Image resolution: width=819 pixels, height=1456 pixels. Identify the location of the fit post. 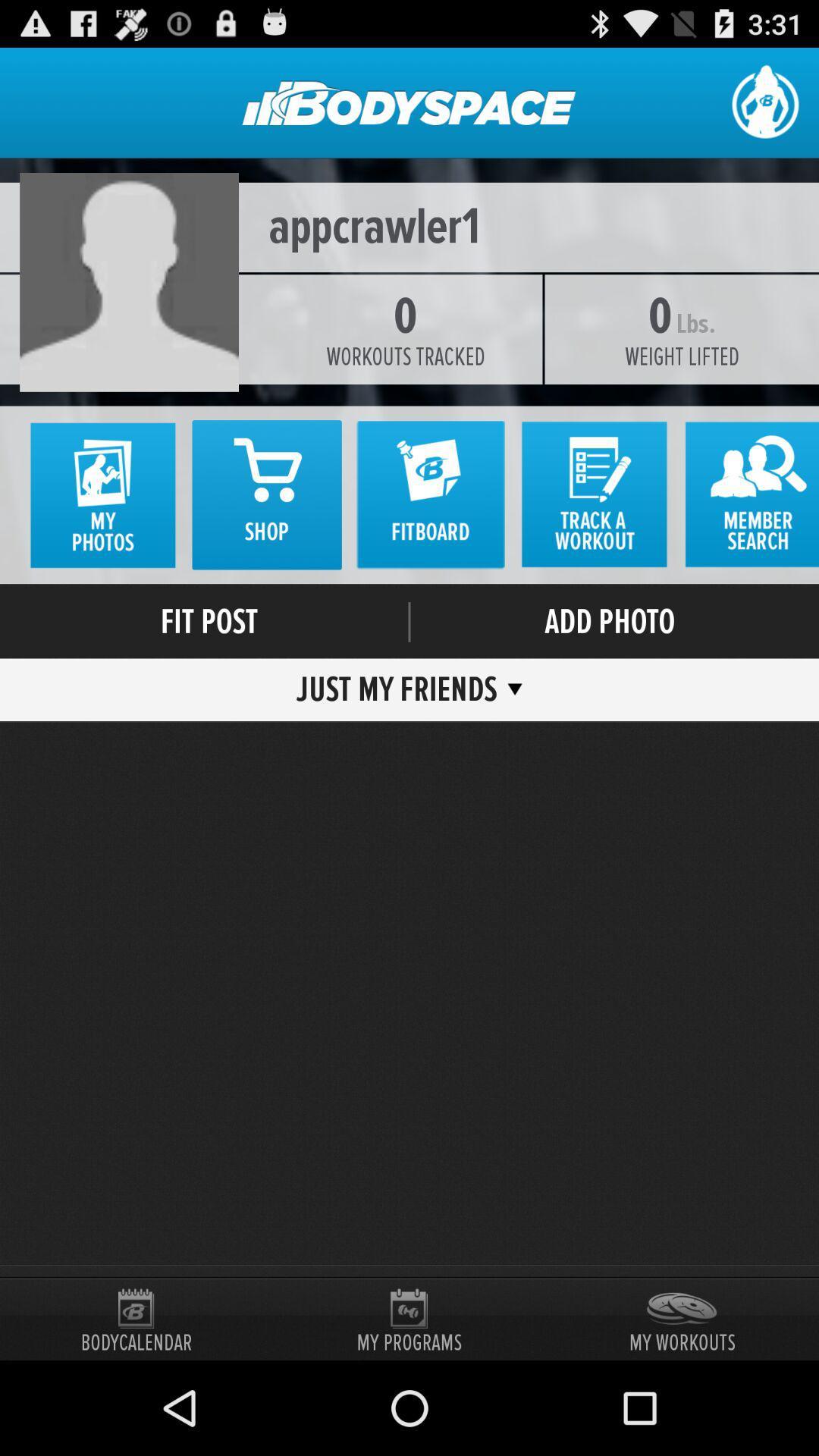
(209, 622).